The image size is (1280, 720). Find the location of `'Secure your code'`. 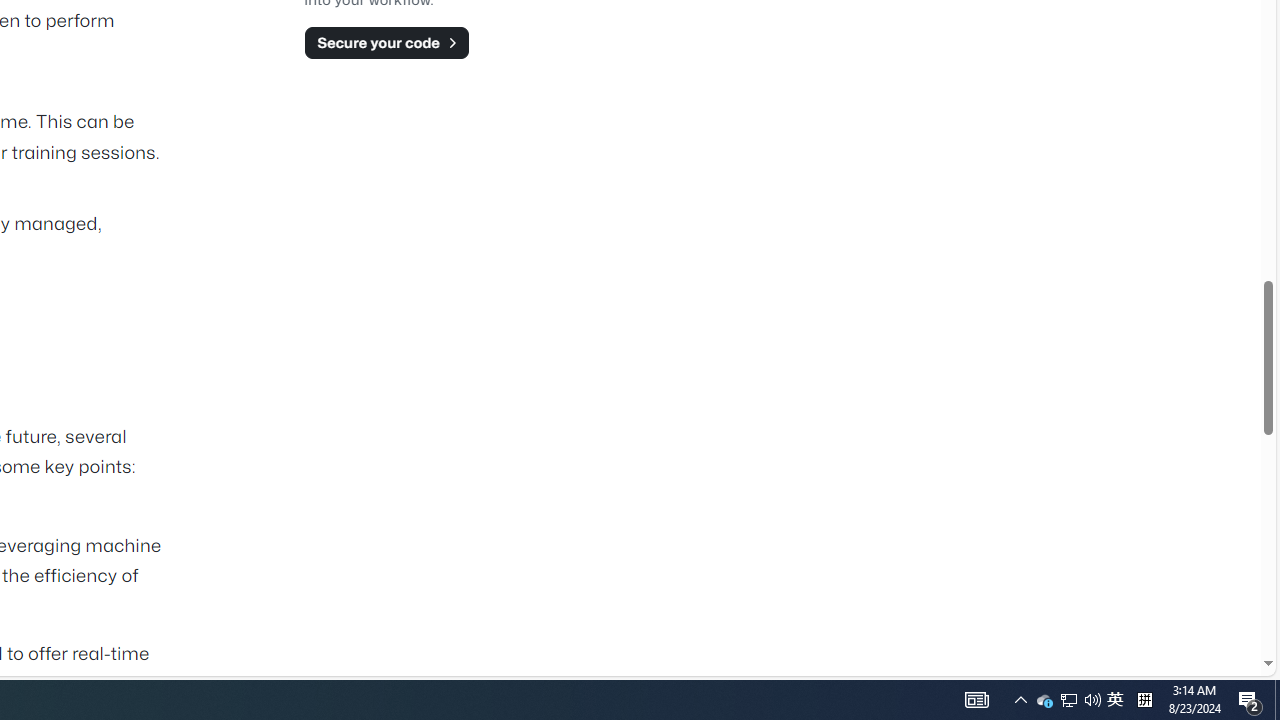

'Secure your code' is located at coordinates (386, 42).